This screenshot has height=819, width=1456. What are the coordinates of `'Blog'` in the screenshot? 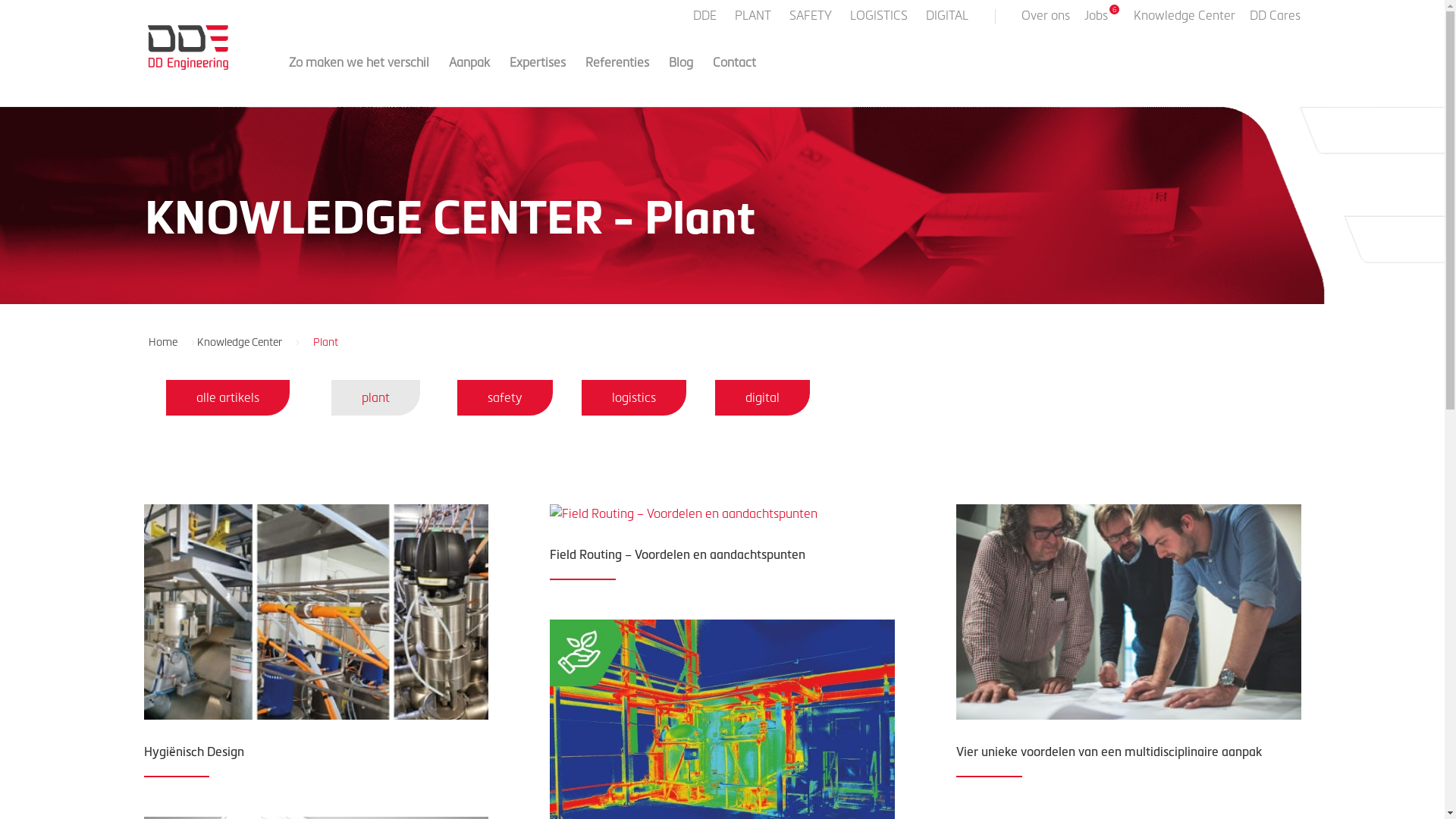 It's located at (668, 75).